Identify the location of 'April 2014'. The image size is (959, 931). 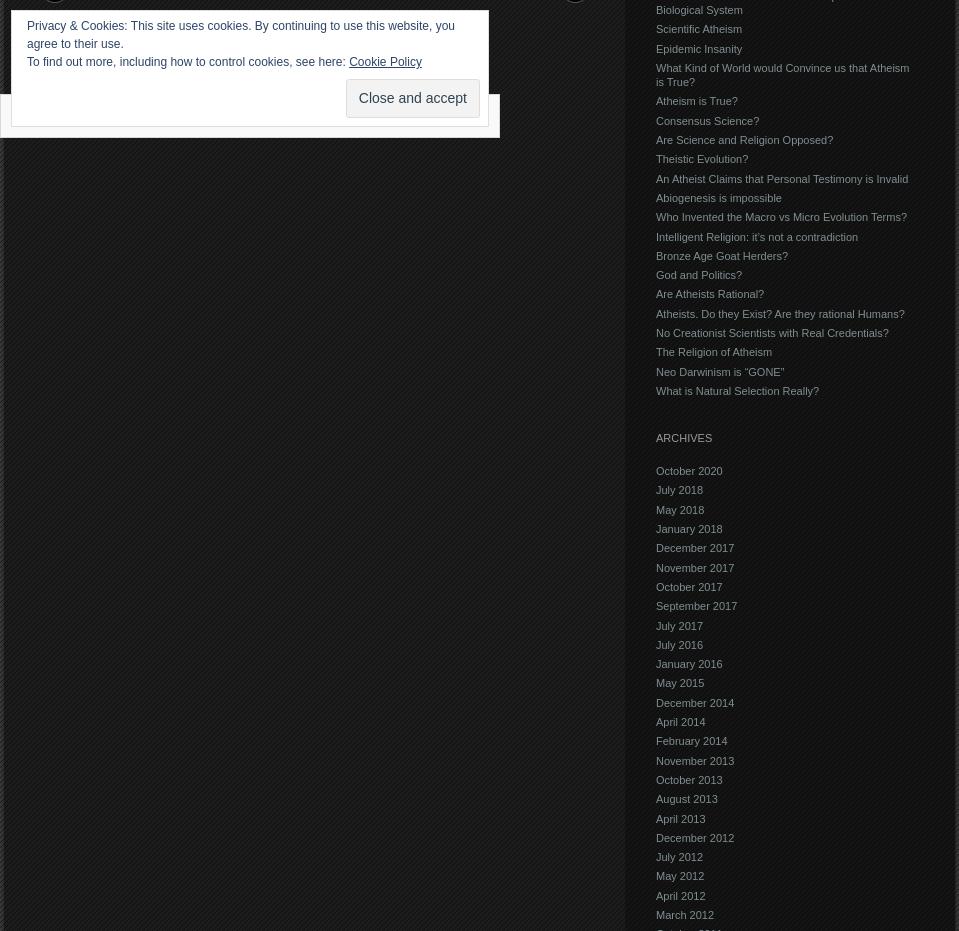
(680, 720).